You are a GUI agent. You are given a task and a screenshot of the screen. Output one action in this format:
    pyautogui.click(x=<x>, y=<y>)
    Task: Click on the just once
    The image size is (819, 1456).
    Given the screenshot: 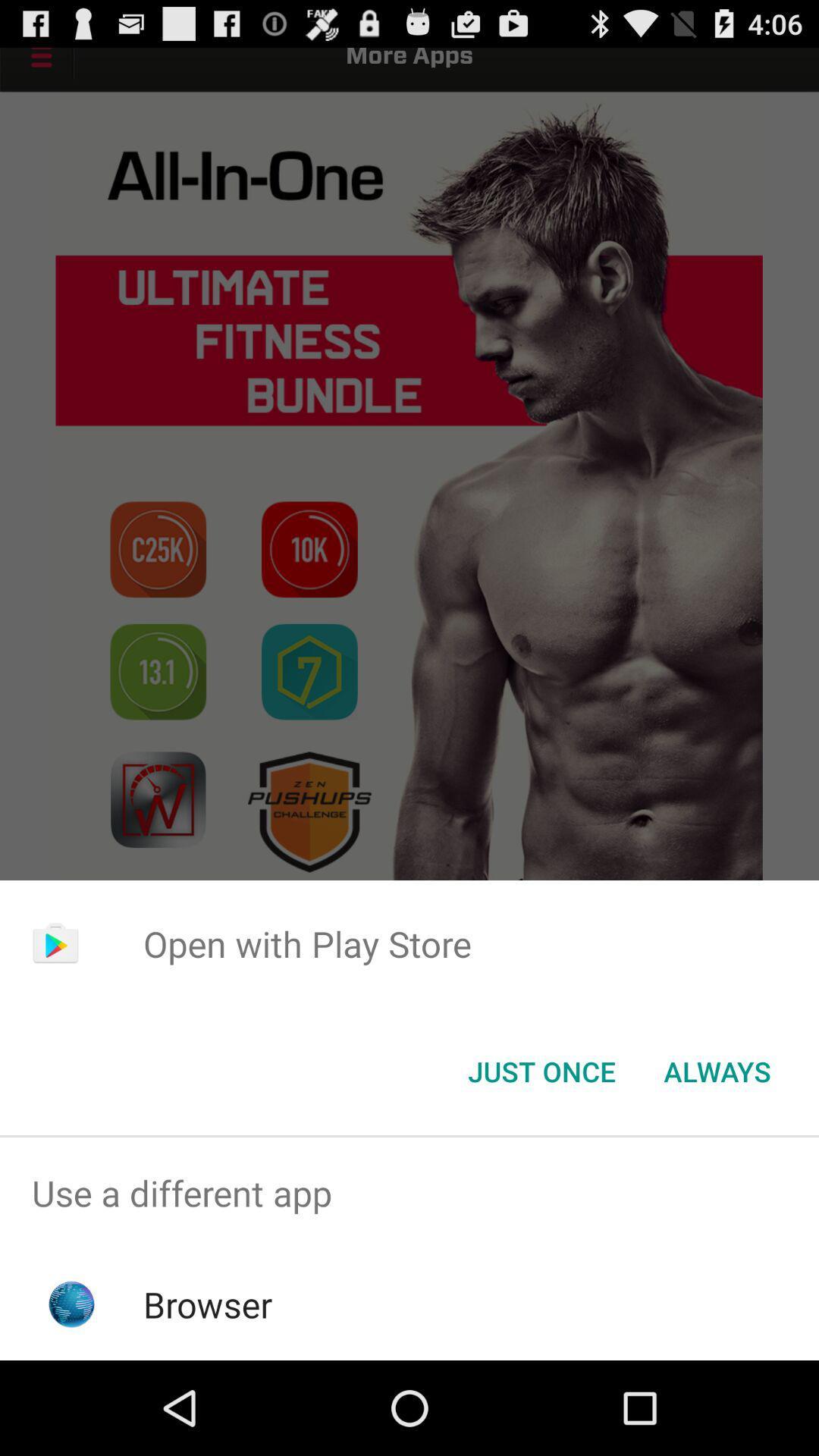 What is the action you would take?
    pyautogui.click(x=541, y=1070)
    